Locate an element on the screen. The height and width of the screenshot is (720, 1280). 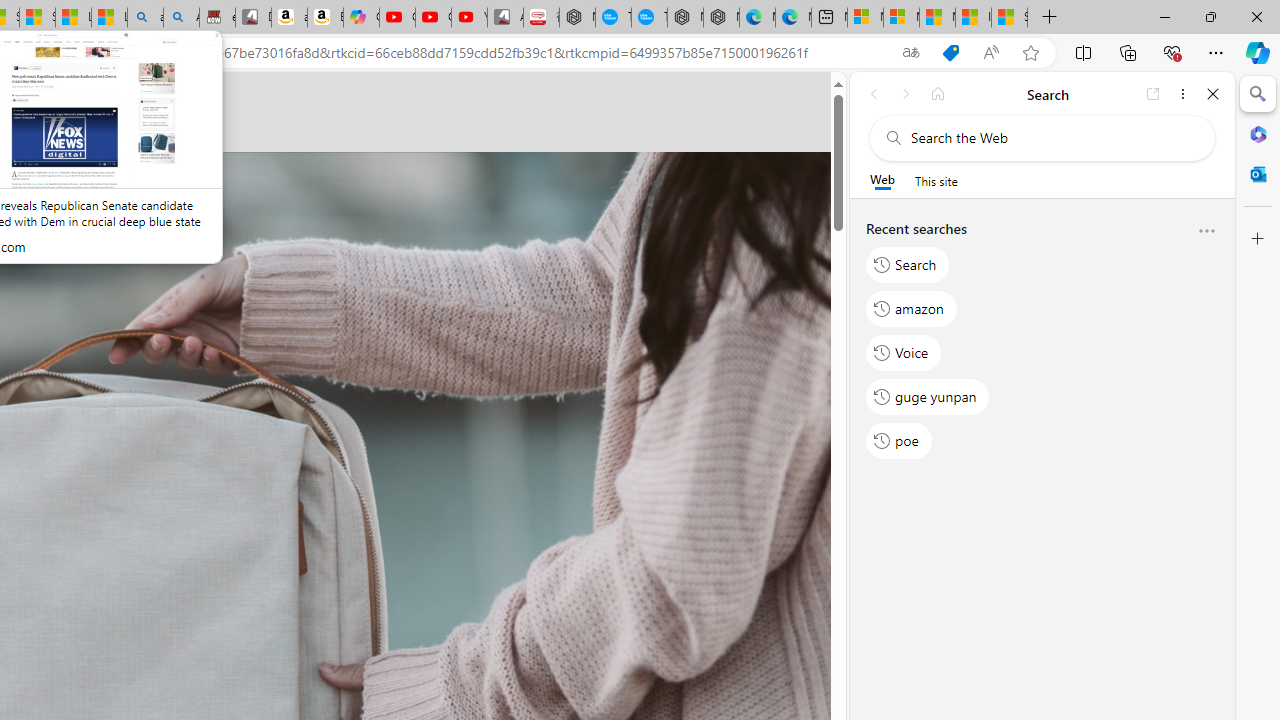
'Amazon Echo Dot PNG - Search Images' is located at coordinates (181, 17).